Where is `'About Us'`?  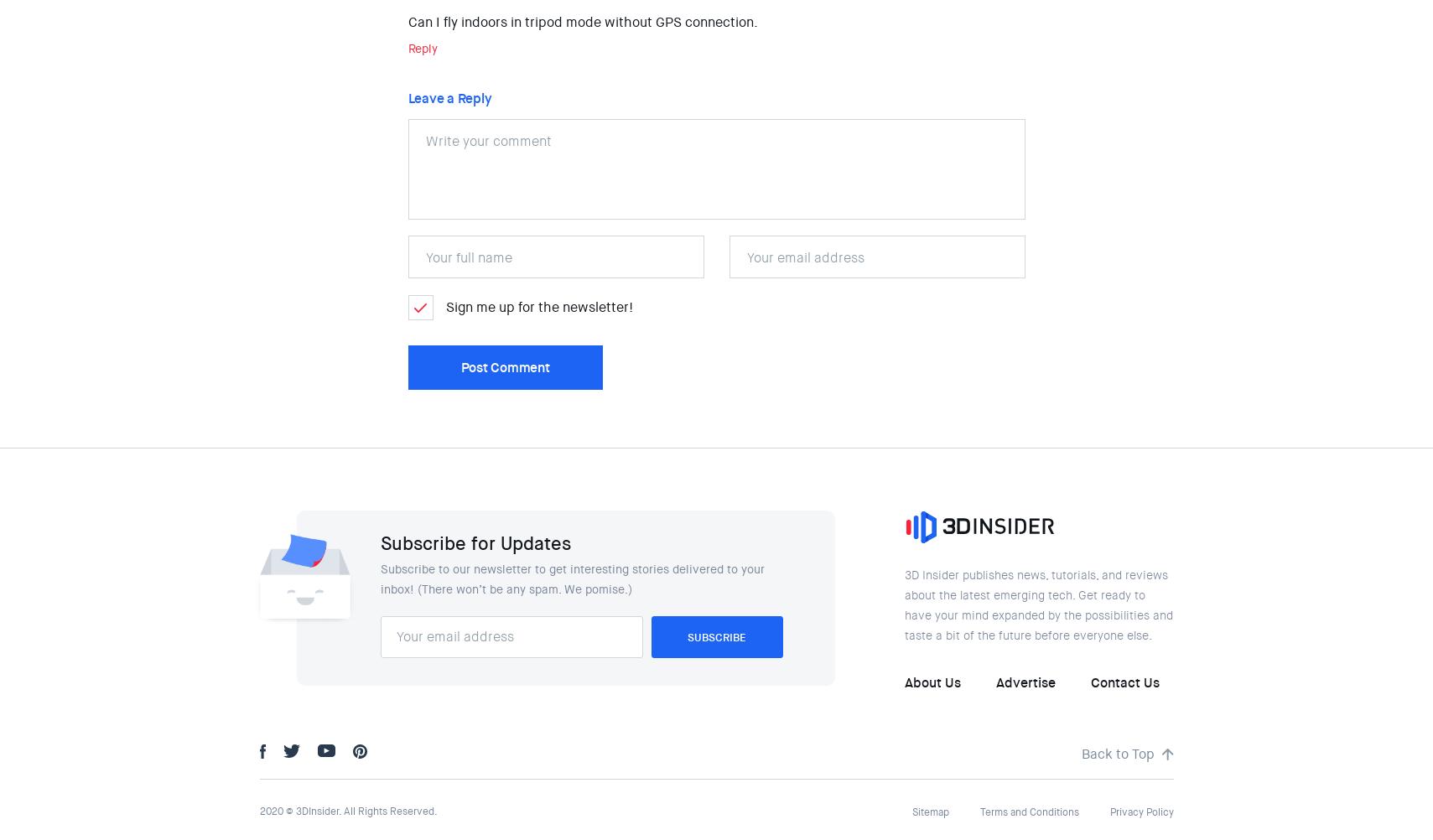
'About Us' is located at coordinates (932, 682).